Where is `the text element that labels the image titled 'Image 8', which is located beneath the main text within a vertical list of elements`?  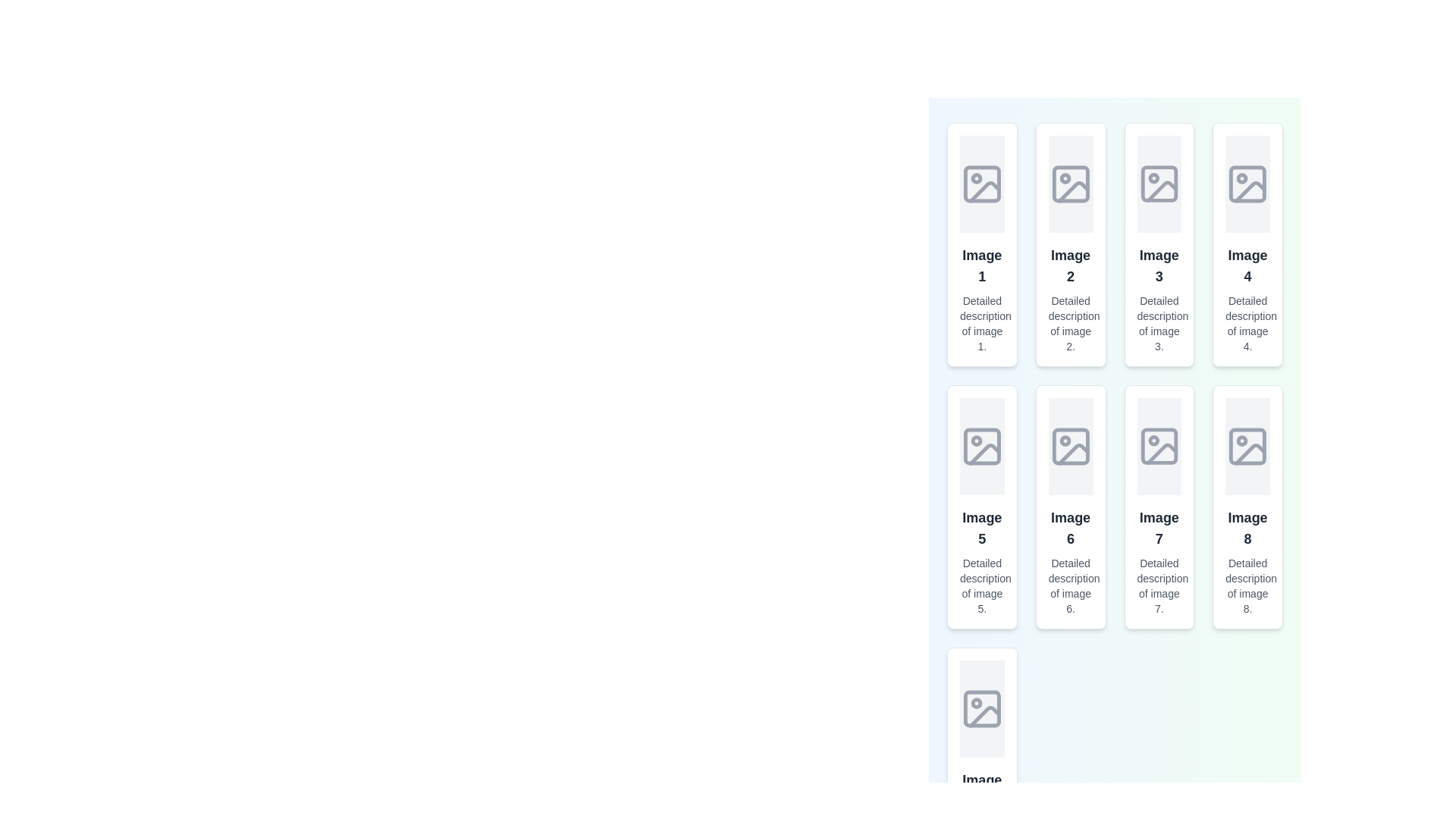
the text element that labels the image titled 'Image 8', which is located beneath the main text within a vertical list of elements is located at coordinates (1247, 585).